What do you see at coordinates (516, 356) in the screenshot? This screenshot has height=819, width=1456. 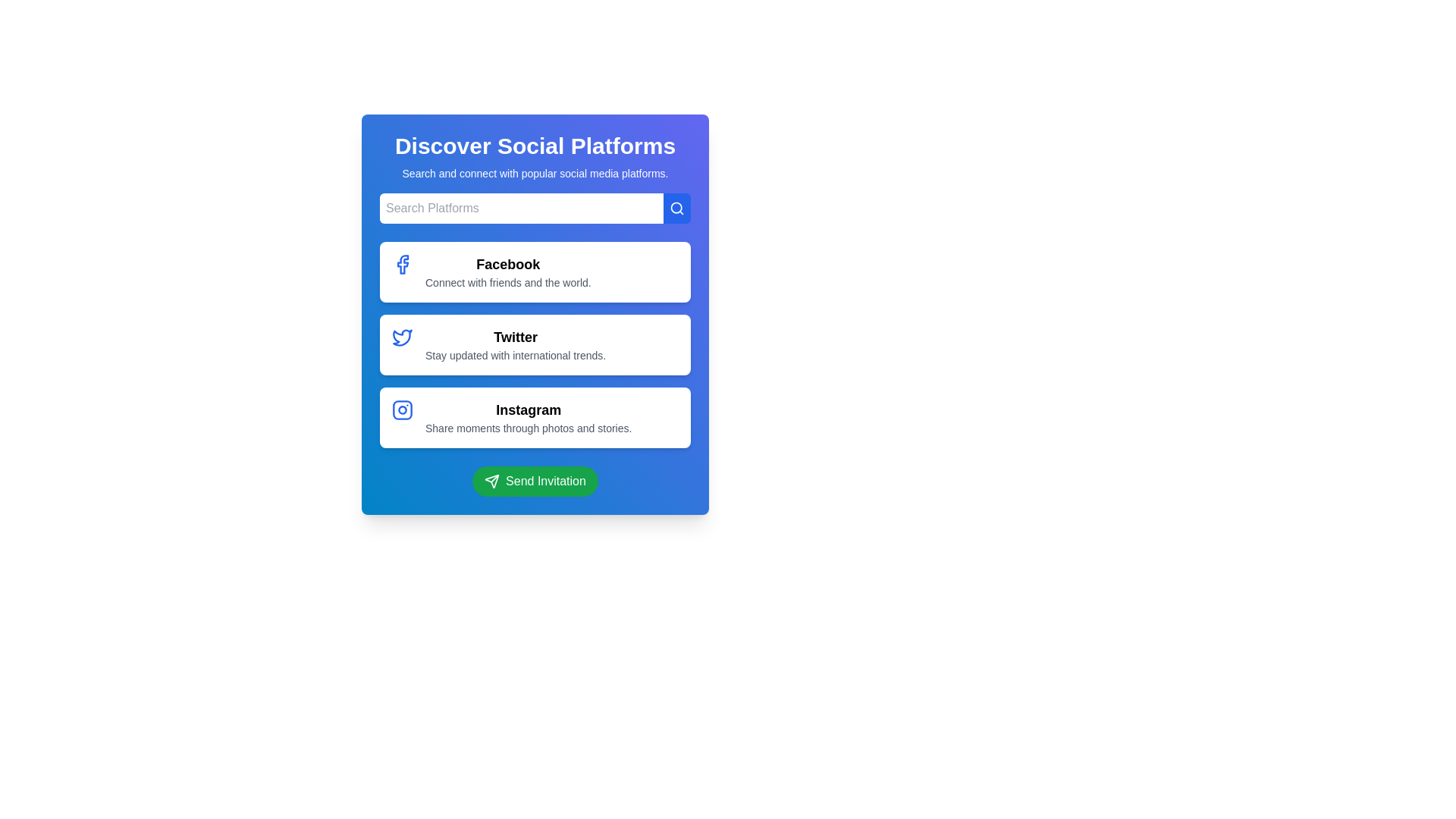 I see `the text label displaying 'Stay updated with international trends.' located below the 'Twitter' text within the social media platforms list in the card interface` at bounding box center [516, 356].